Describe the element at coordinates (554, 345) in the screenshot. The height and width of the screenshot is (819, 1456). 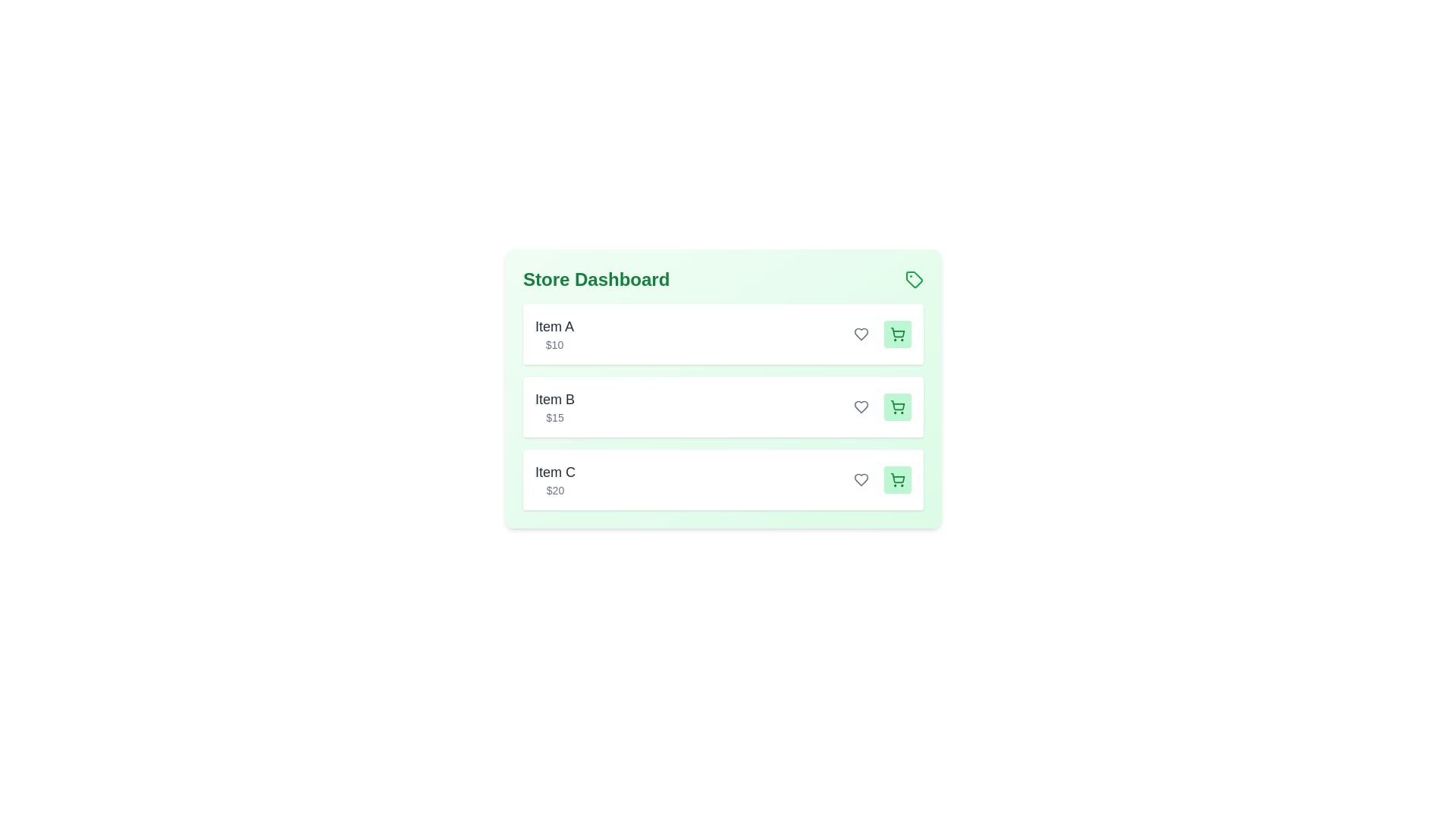
I see `the static Text label displaying the price value for 'Item A' located below its primary label in the card structure` at that location.